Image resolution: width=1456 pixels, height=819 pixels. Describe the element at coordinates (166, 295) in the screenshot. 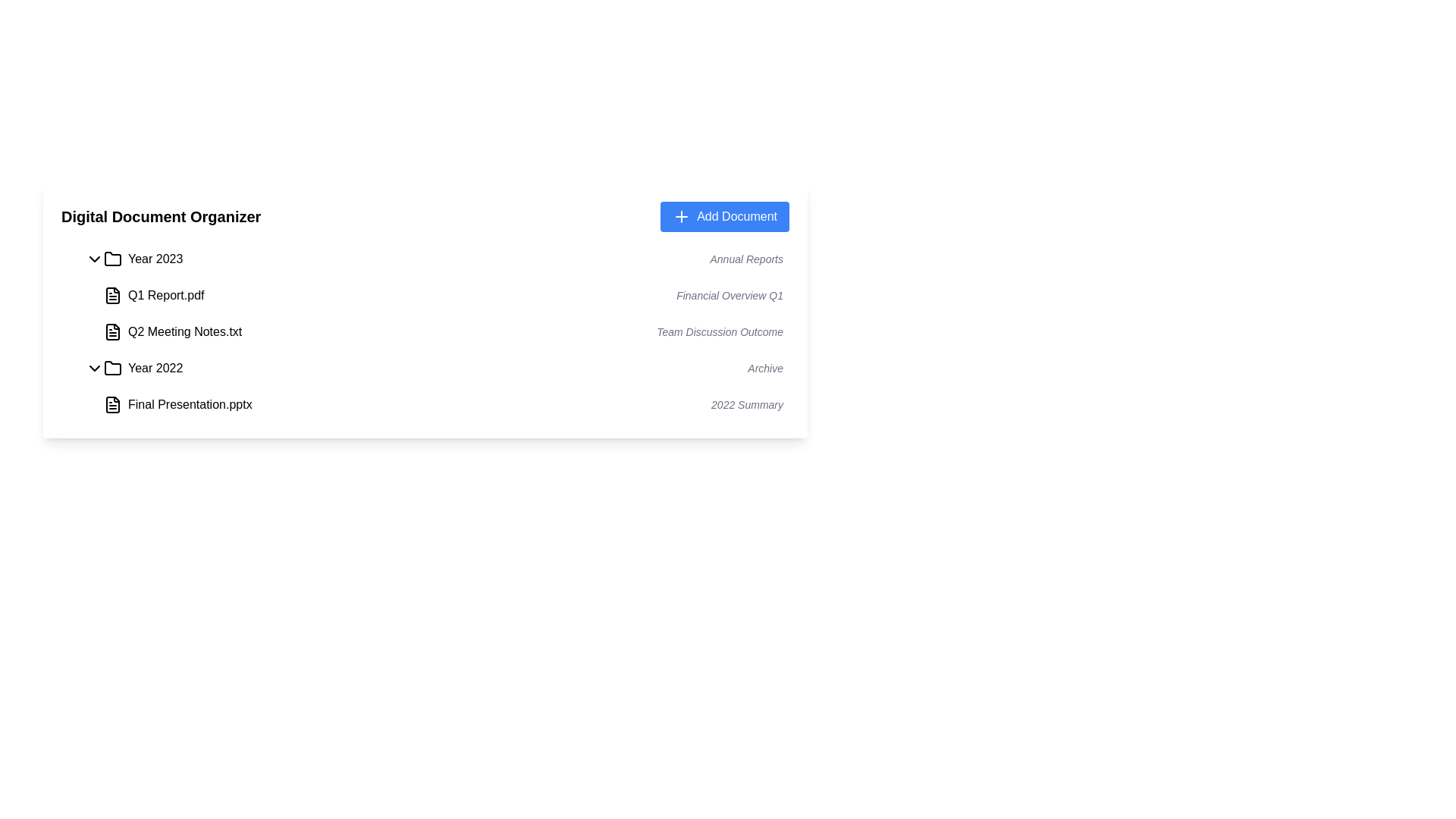

I see `the text label 'Q1 Report.pdf' which identifies the linked document, positioned beneath the 'Year 2023' folder` at that location.